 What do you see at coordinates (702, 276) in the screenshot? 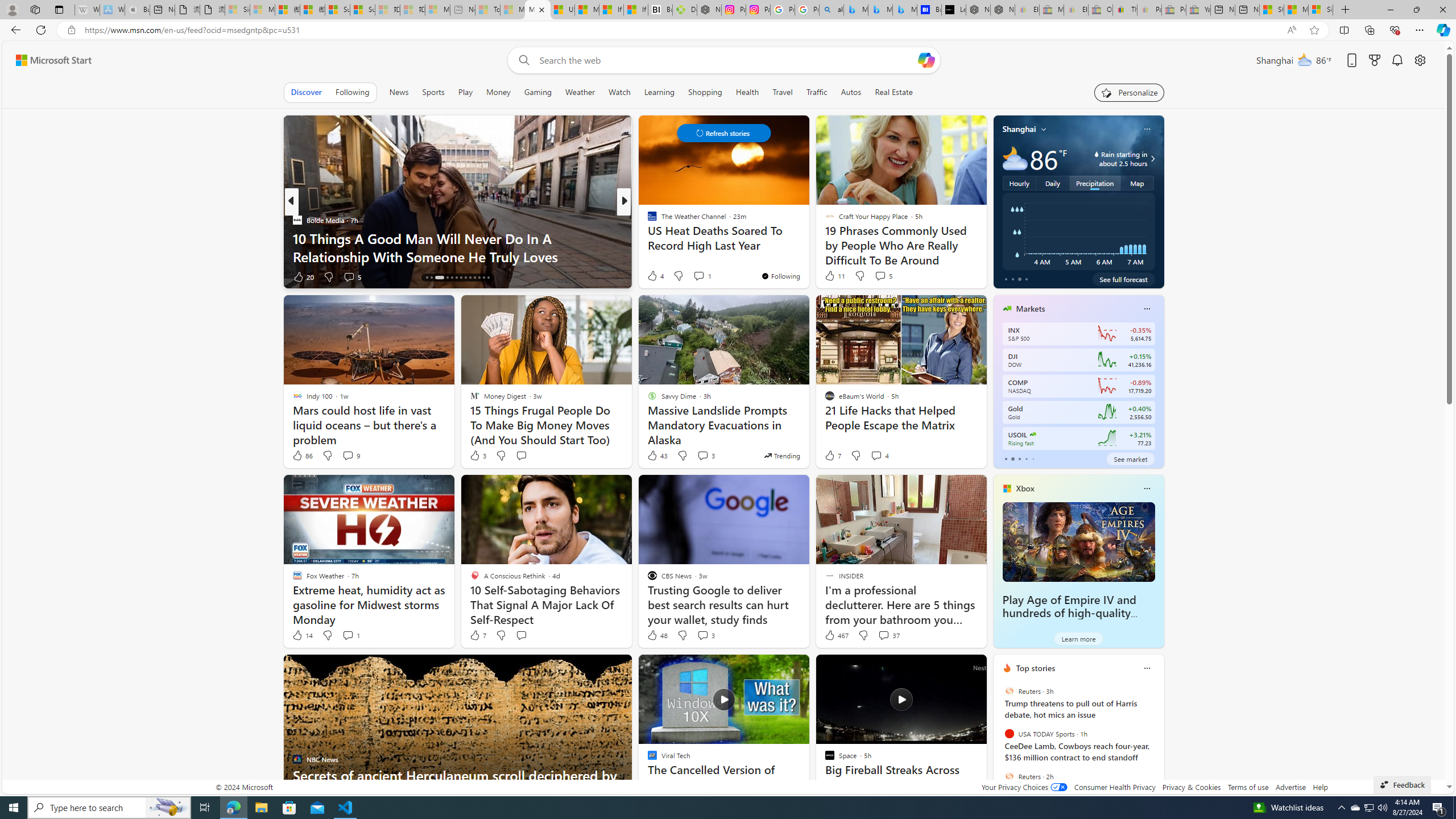
I see `'View comments 35 Comment'` at bounding box center [702, 276].